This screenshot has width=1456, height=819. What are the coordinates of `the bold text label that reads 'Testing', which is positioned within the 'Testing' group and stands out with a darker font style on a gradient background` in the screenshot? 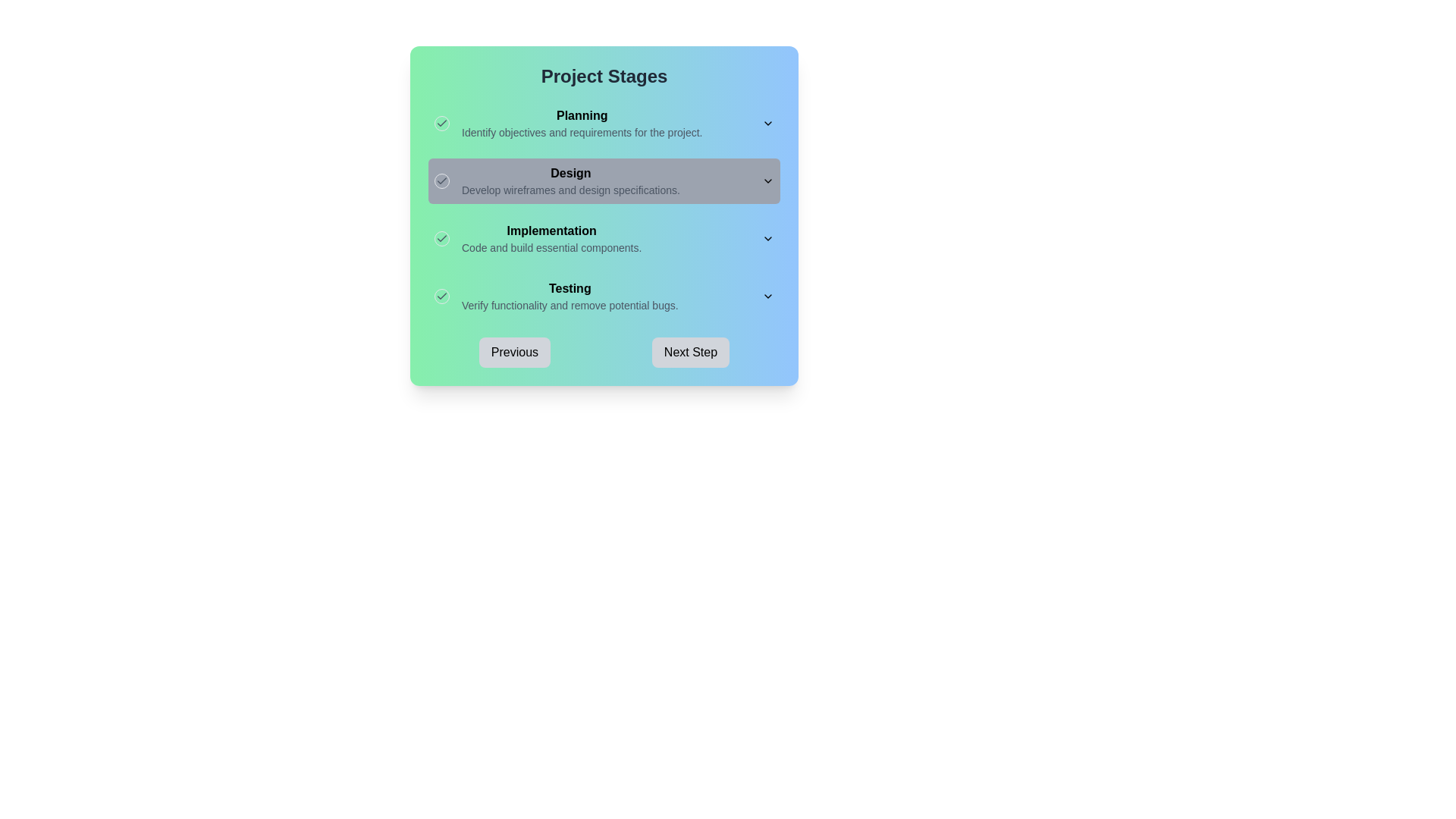 It's located at (569, 289).